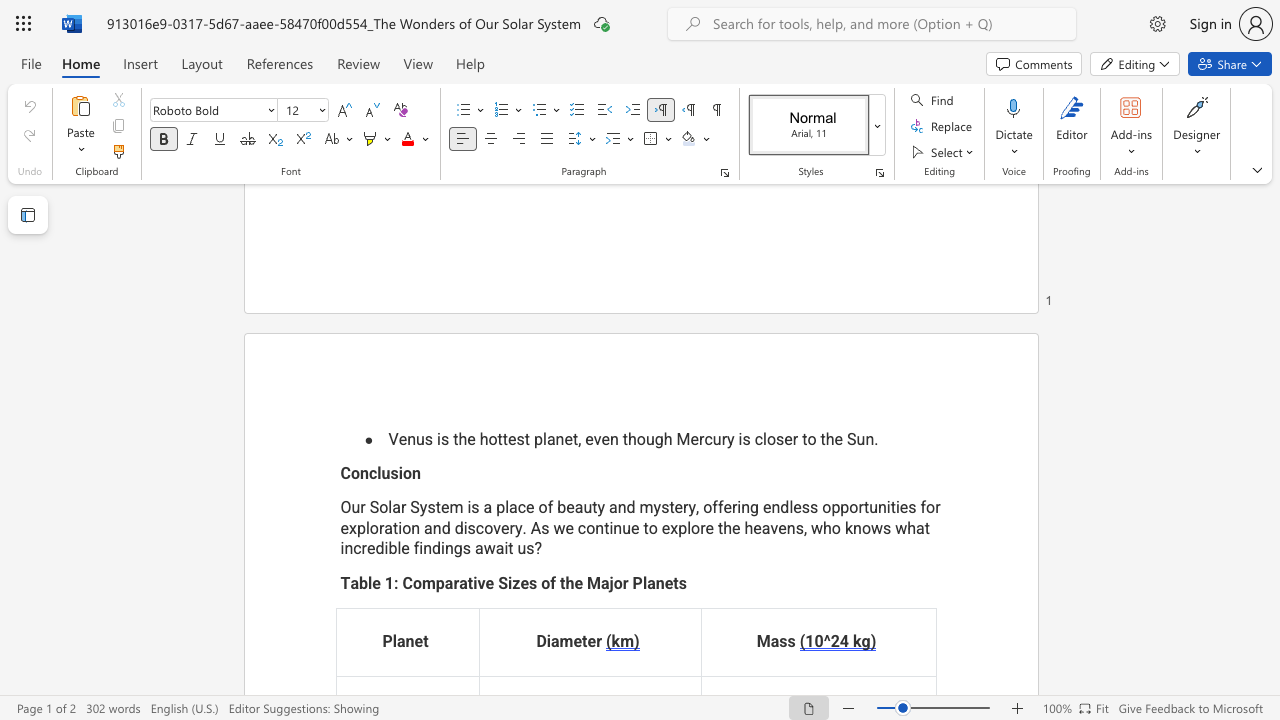 The height and width of the screenshot is (720, 1280). What do you see at coordinates (820, 438) in the screenshot?
I see `the subset text "the Sun." within the text "Venus is the hottest planet, even though Mercury is closer to the Sun."` at bounding box center [820, 438].